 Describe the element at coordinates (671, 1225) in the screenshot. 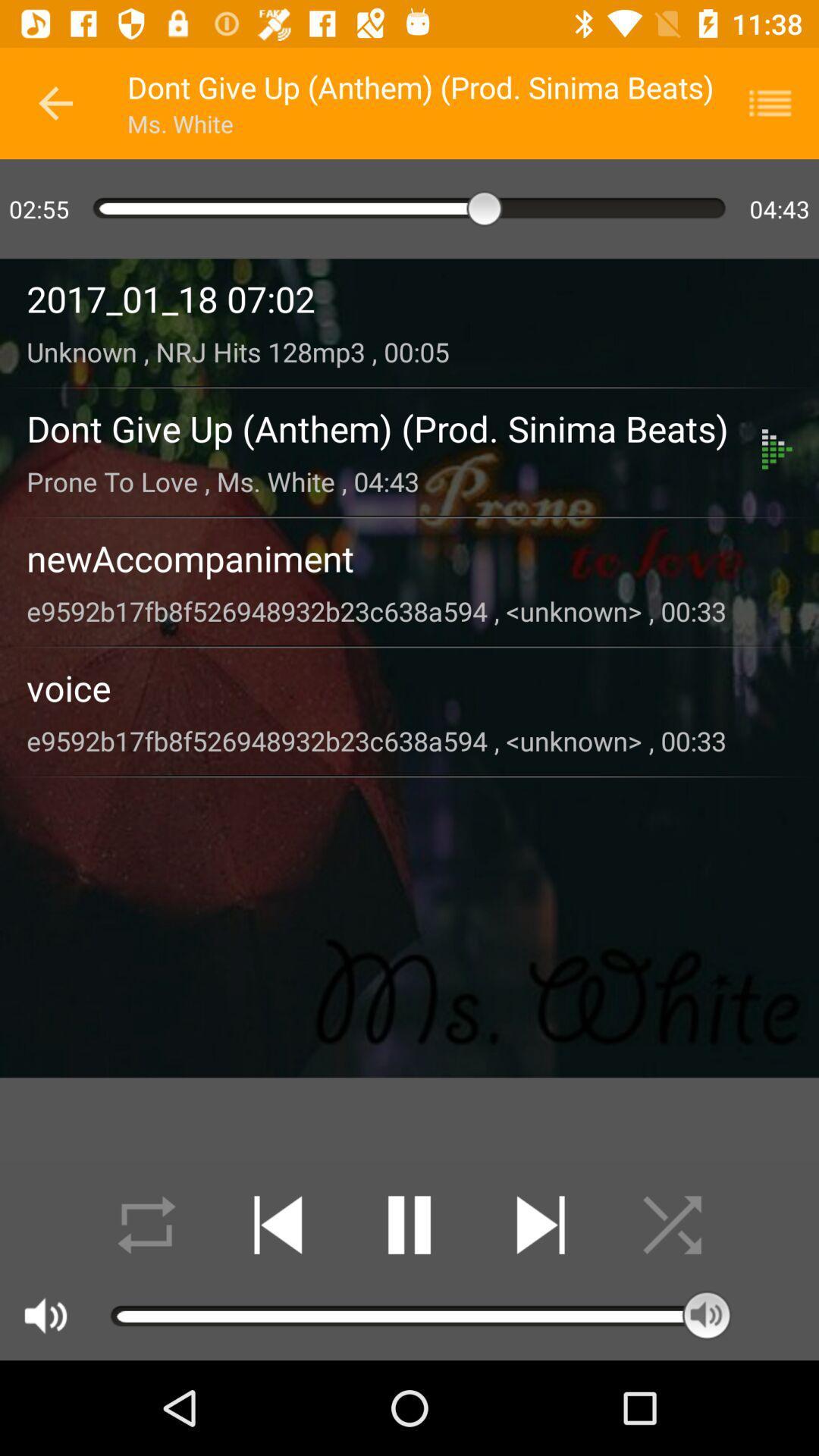

I see `tap shuffle option` at that location.